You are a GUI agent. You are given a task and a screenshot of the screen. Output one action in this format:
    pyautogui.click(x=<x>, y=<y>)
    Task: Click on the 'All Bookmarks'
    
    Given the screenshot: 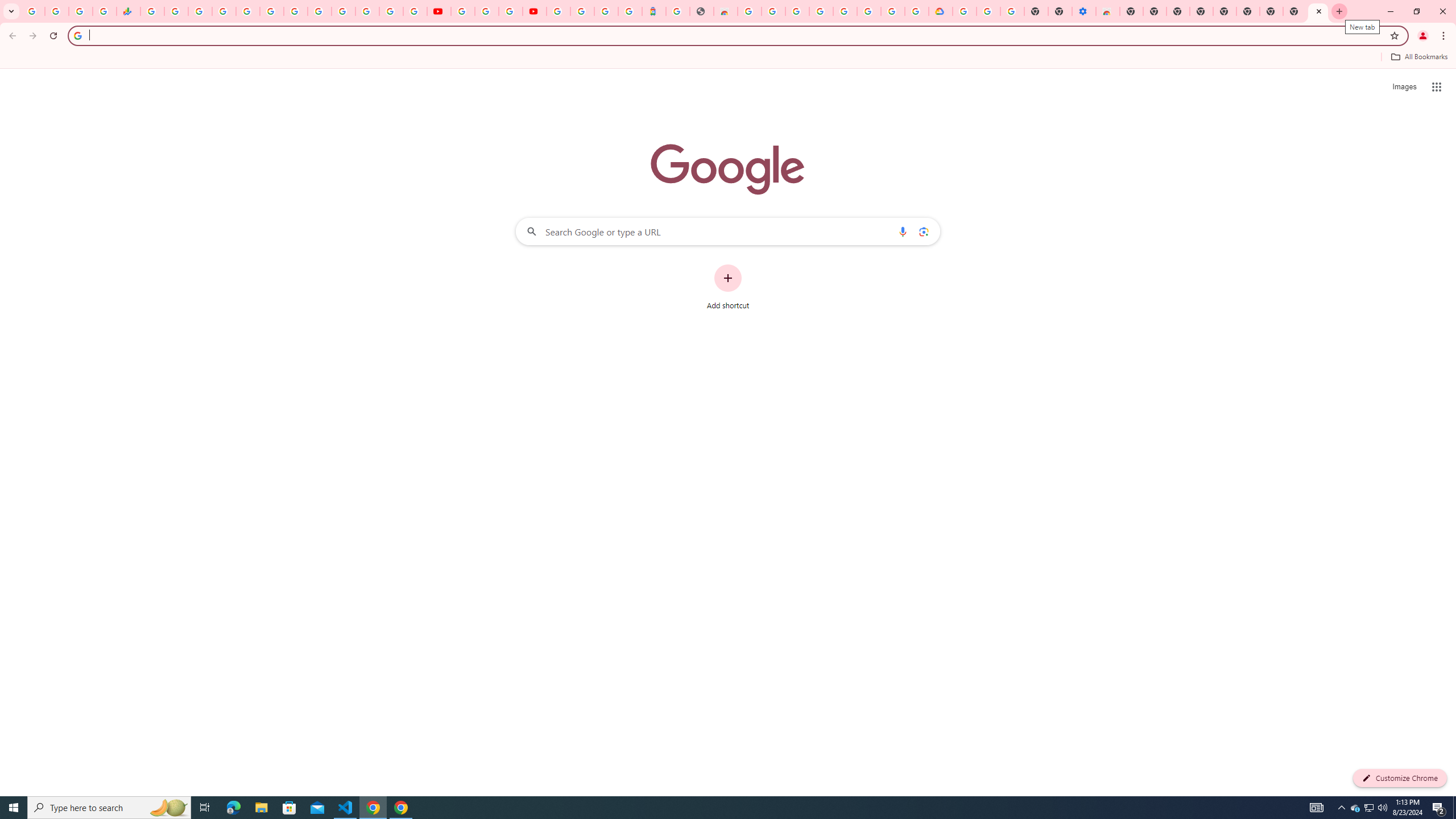 What is the action you would take?
    pyautogui.click(x=1418, y=56)
    